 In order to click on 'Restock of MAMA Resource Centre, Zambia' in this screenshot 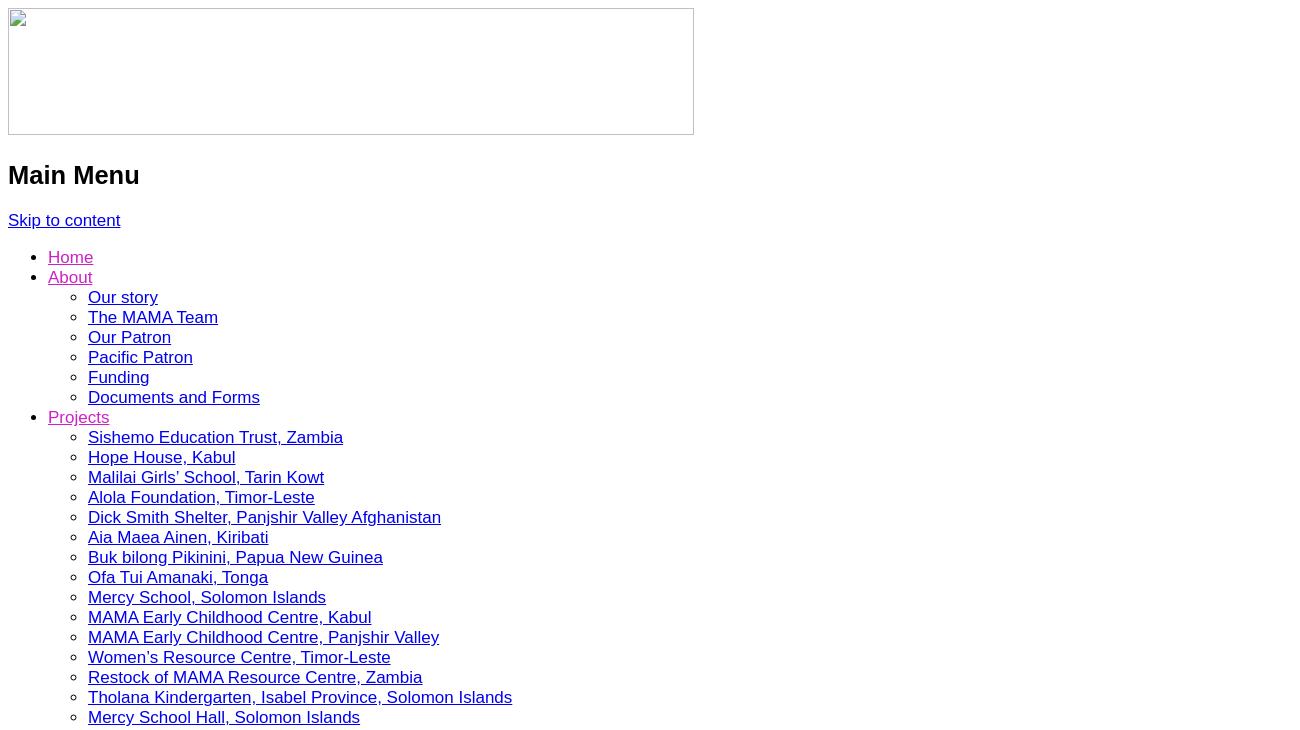, I will do `click(254, 677)`.